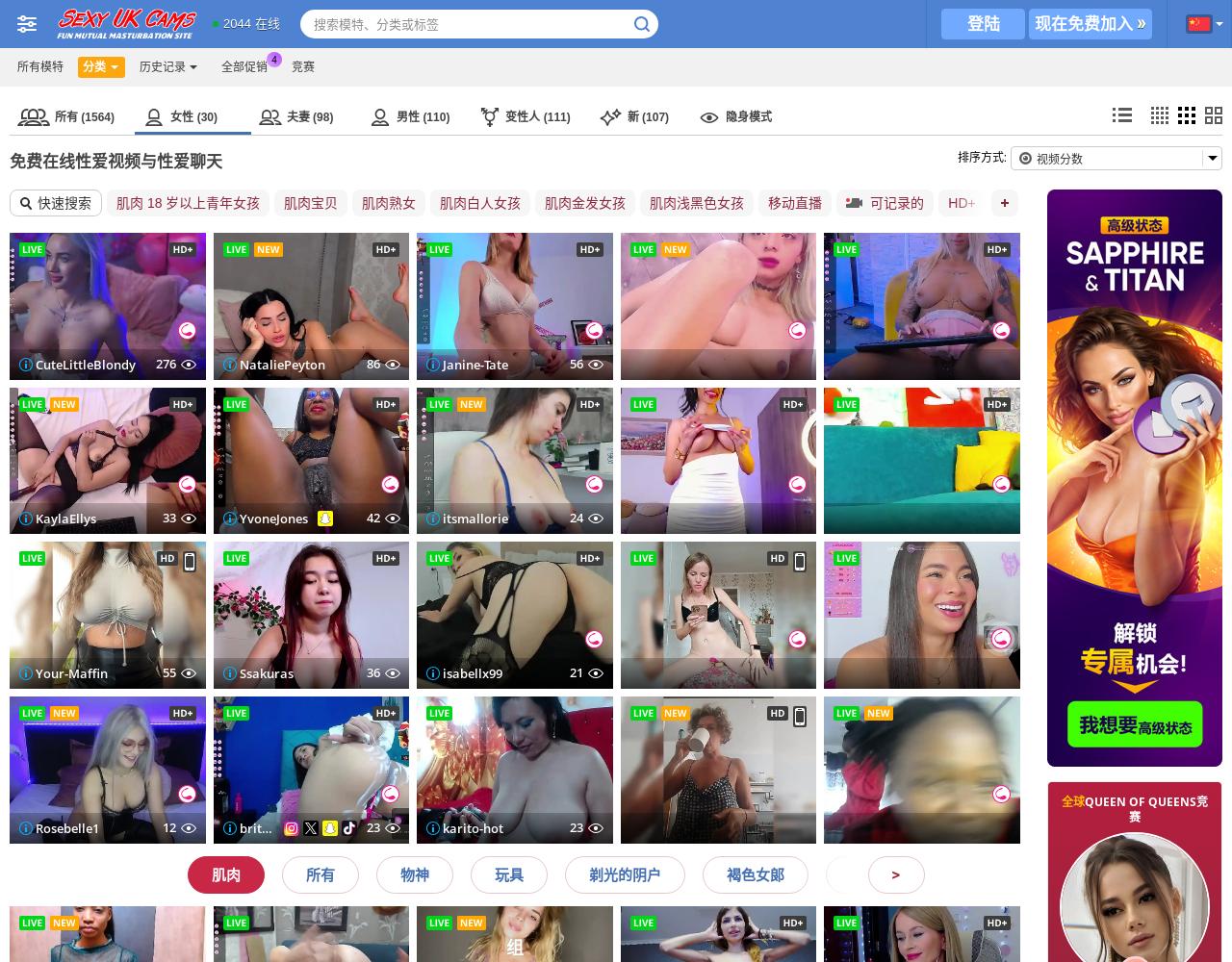 The width and height of the screenshot is (1232, 962). Describe the element at coordinates (478, 671) in the screenshot. I see `'-NeZabudka'` at that location.